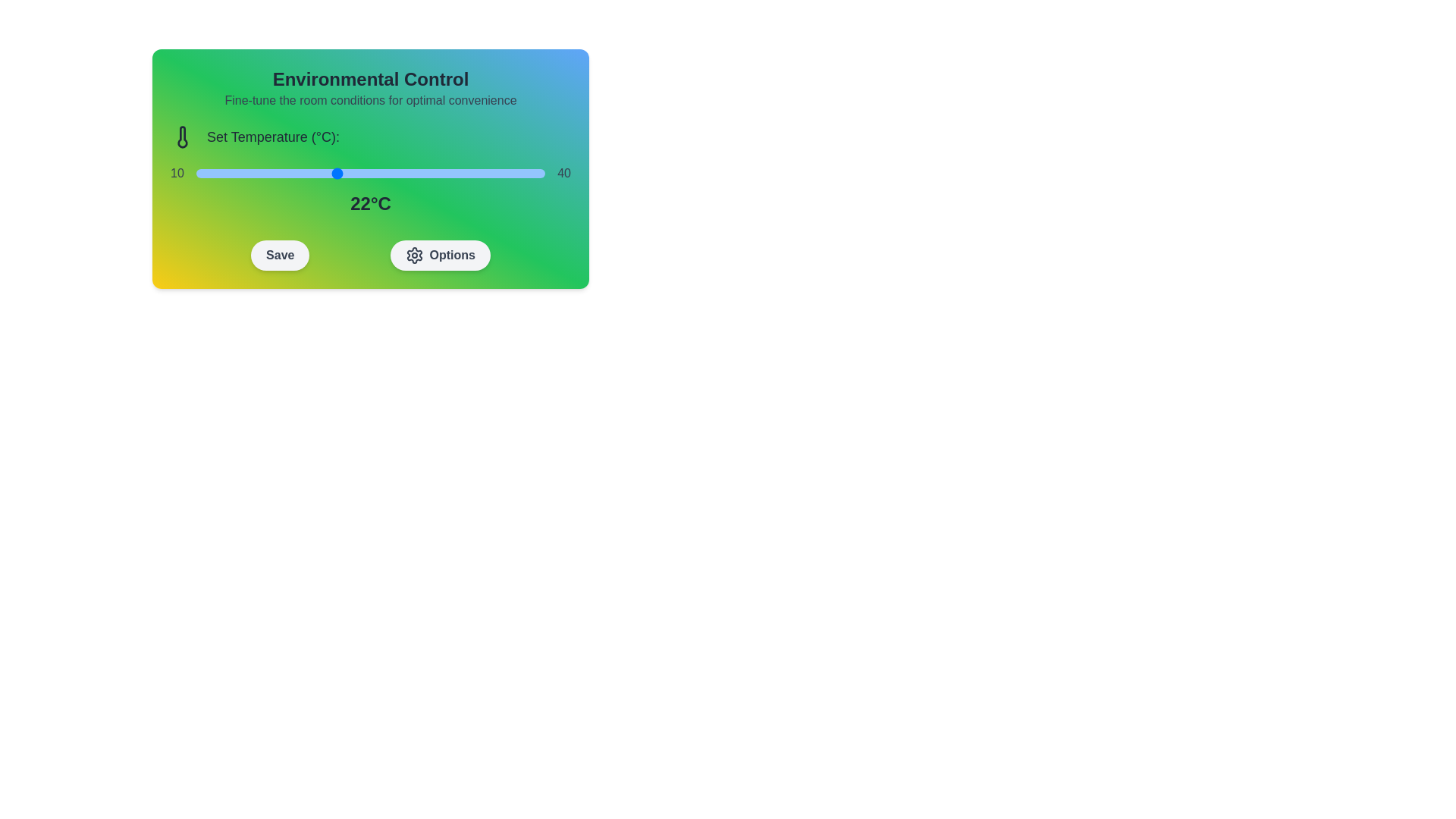  I want to click on the decorative bulb component of the thermometer icon positioned at the bottom of the thermometer, located to the left of the 'Set Temperature (°C):' text label, so click(182, 137).